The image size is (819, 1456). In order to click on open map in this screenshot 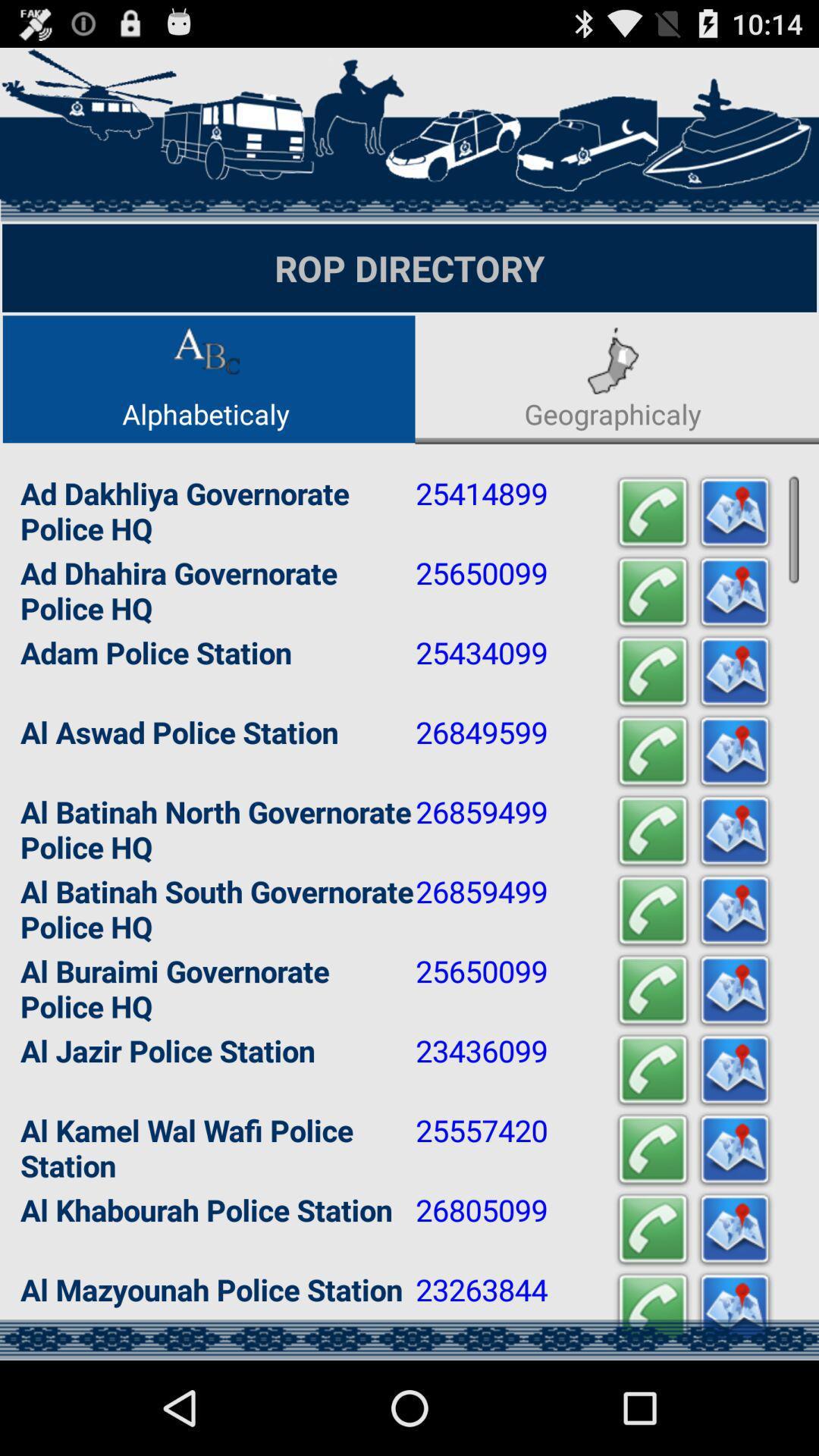, I will do `click(733, 1229)`.